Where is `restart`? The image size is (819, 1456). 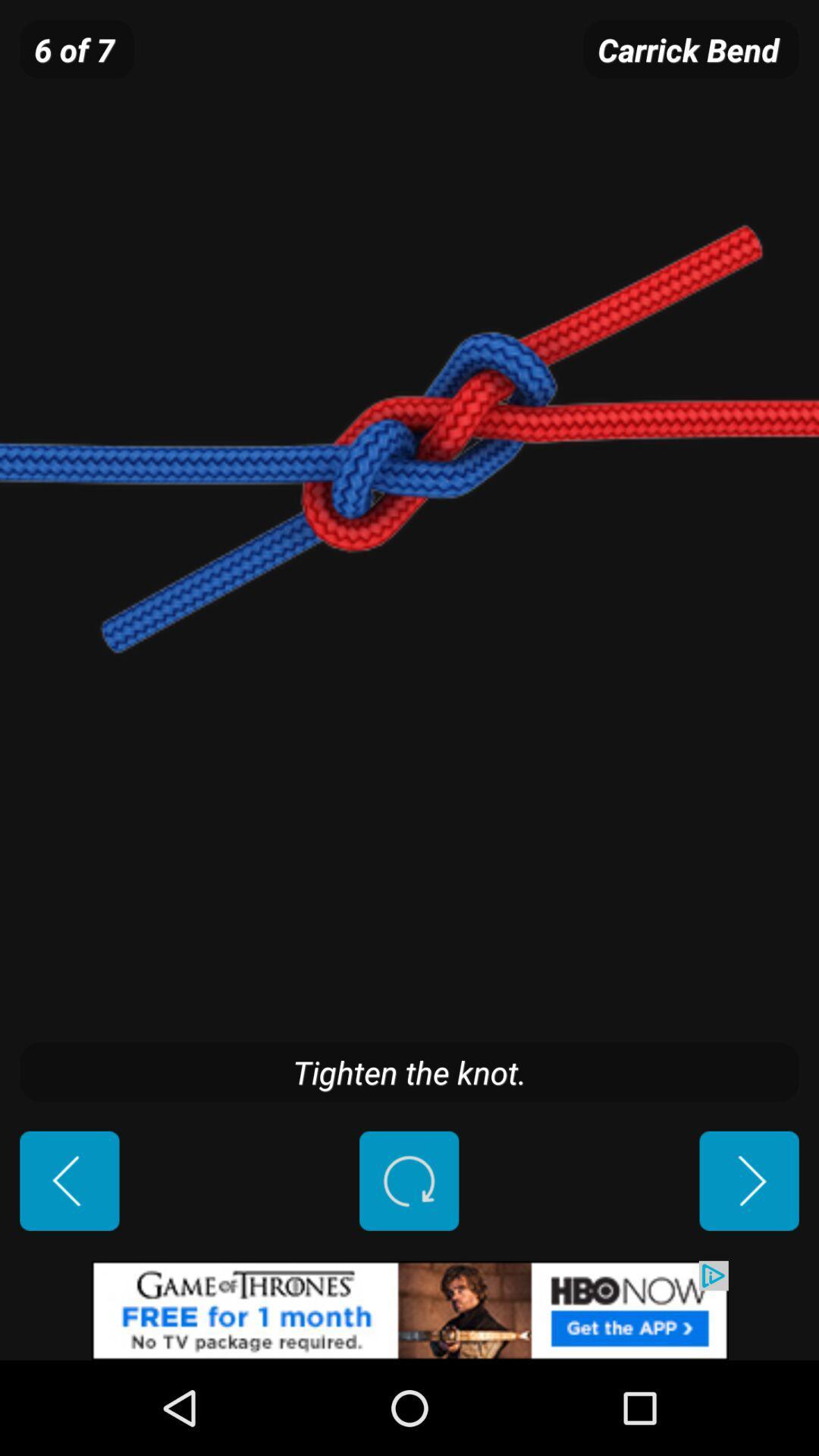
restart is located at coordinates (408, 1180).